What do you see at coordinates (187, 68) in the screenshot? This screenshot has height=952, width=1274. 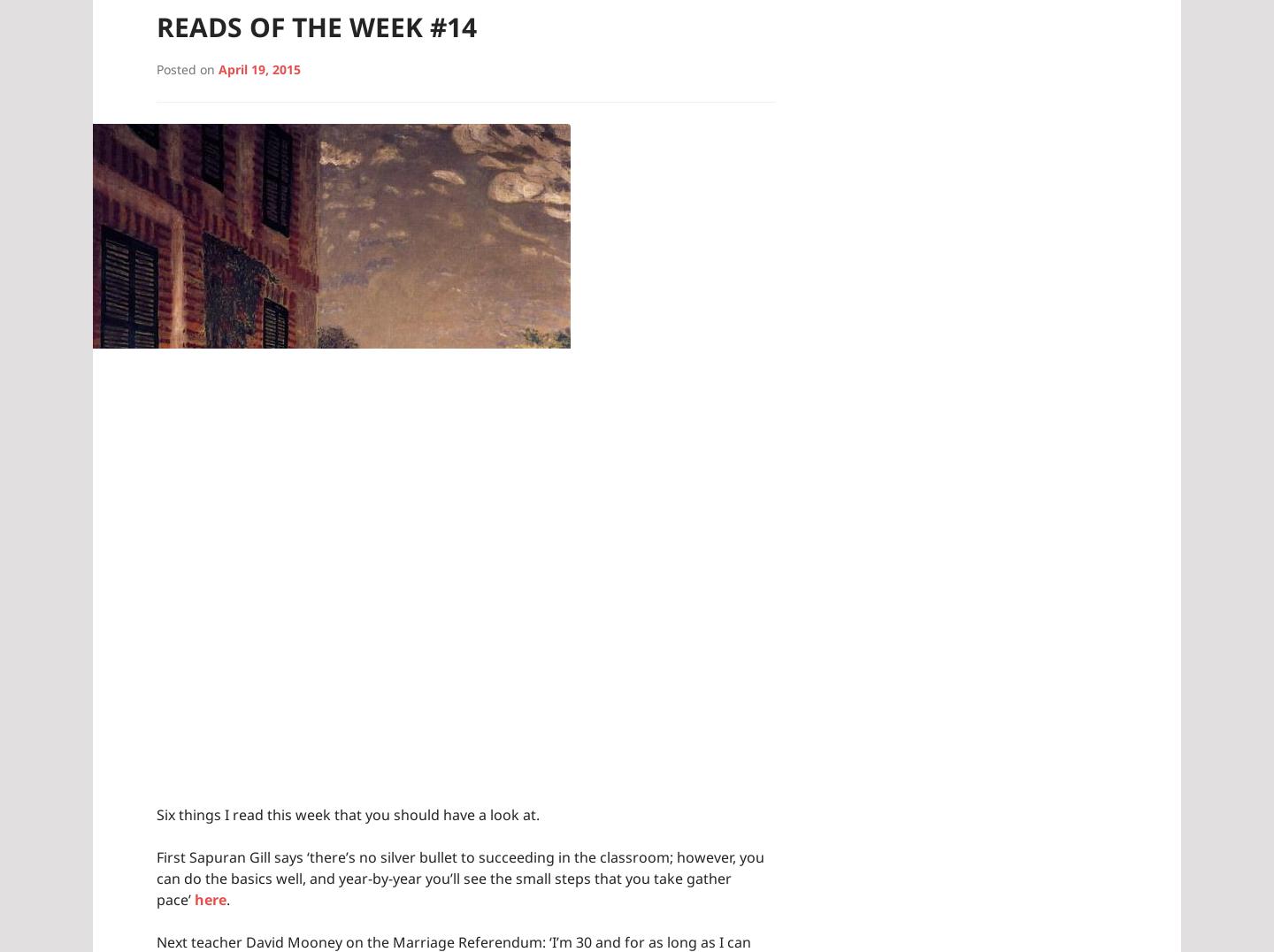 I see `'Posted on'` at bounding box center [187, 68].